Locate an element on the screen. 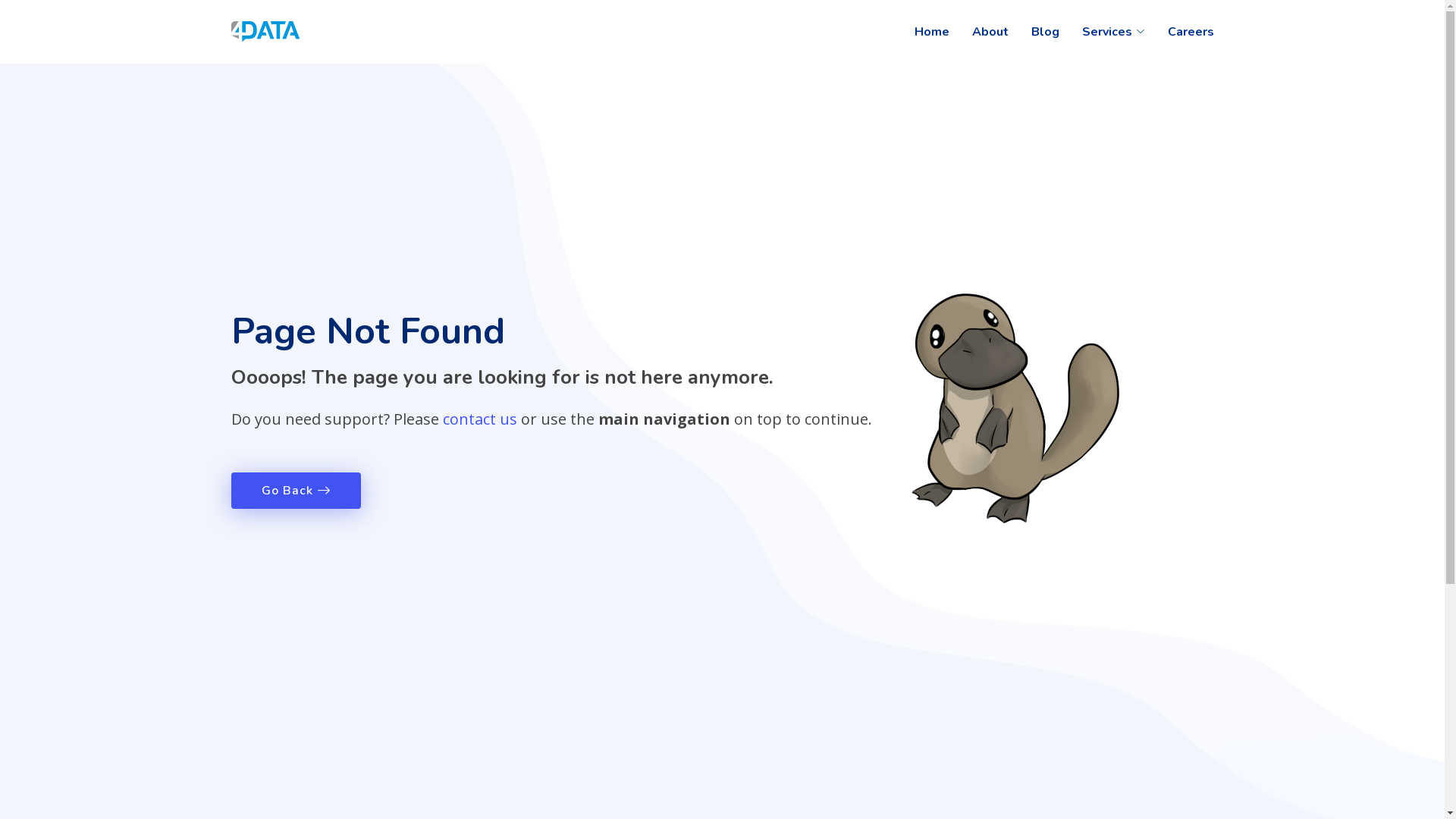 Image resolution: width=1456 pixels, height=819 pixels. 'Services' is located at coordinates (1101, 32).